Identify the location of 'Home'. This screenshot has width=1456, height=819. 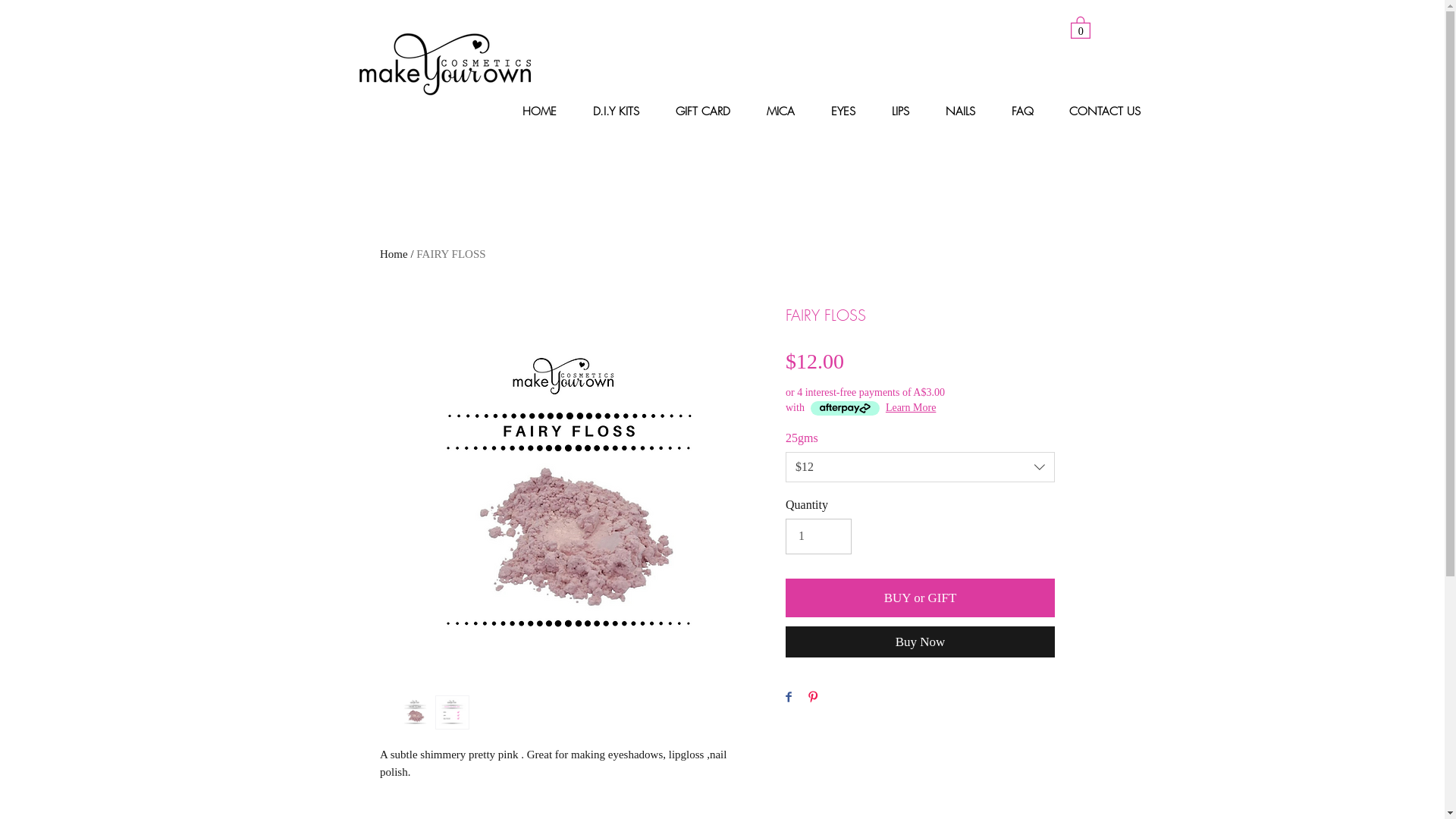
(394, 253).